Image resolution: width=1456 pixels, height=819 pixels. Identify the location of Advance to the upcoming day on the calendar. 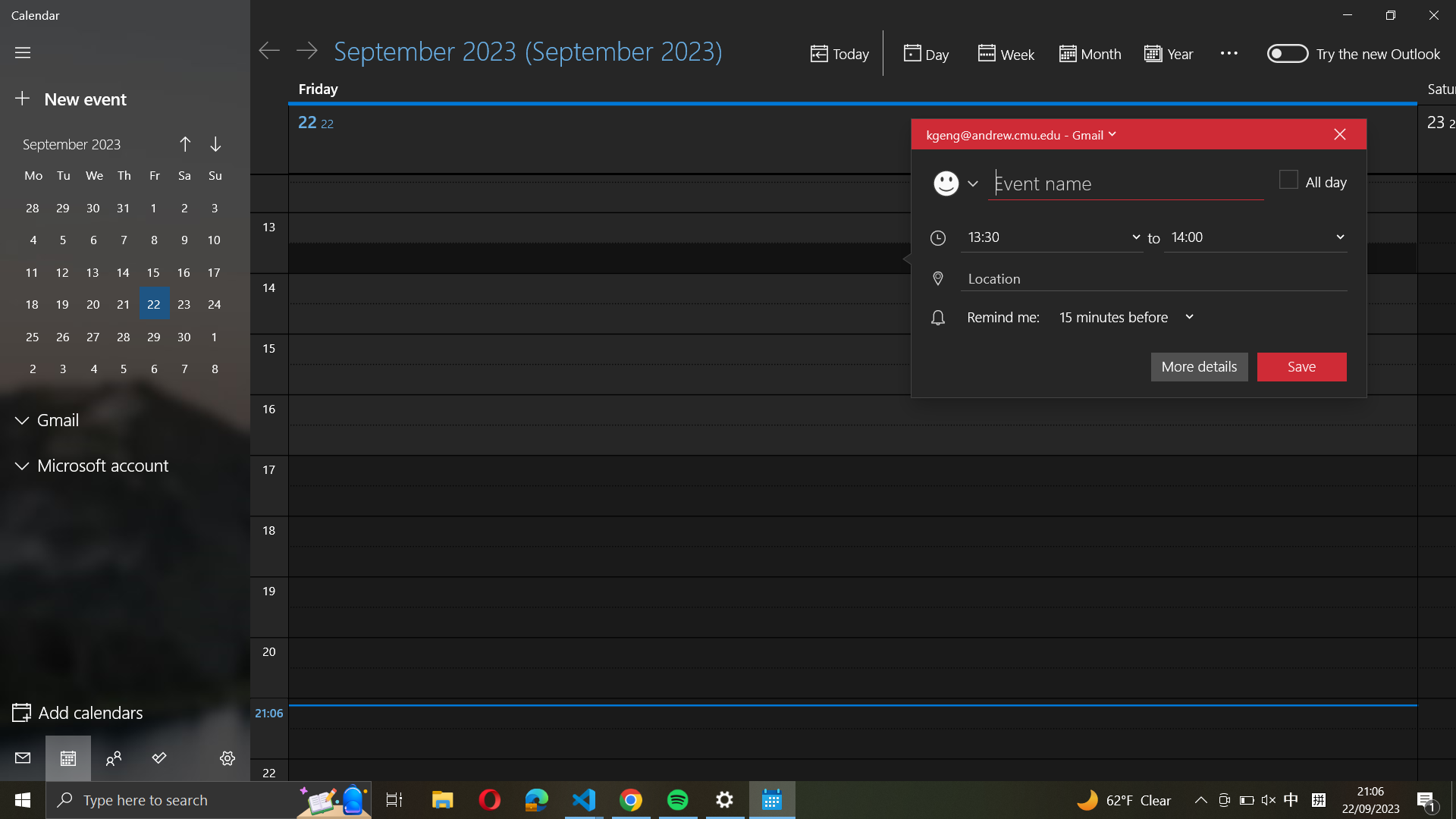
(306, 49).